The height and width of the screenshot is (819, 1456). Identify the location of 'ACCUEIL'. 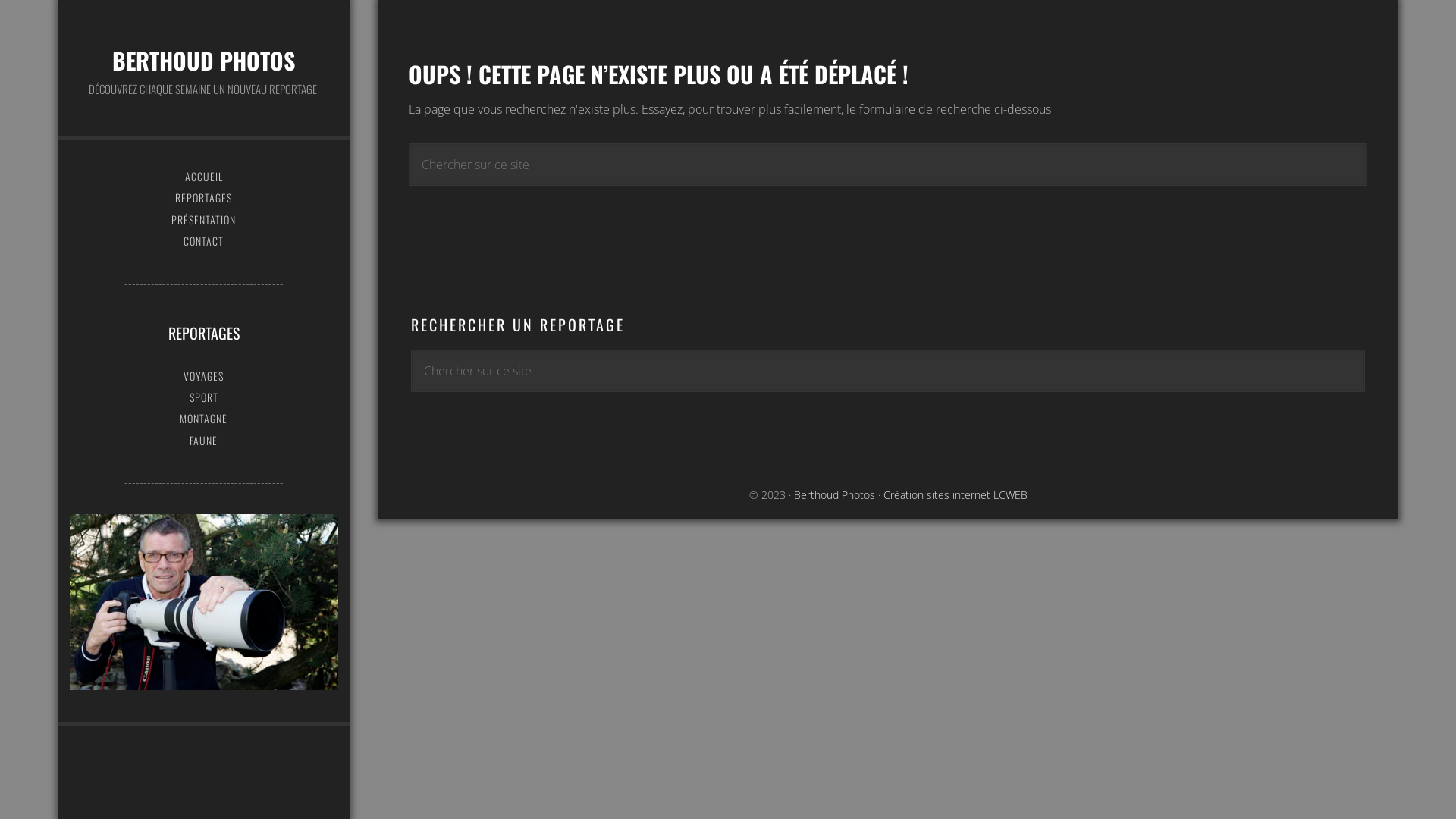
(202, 175).